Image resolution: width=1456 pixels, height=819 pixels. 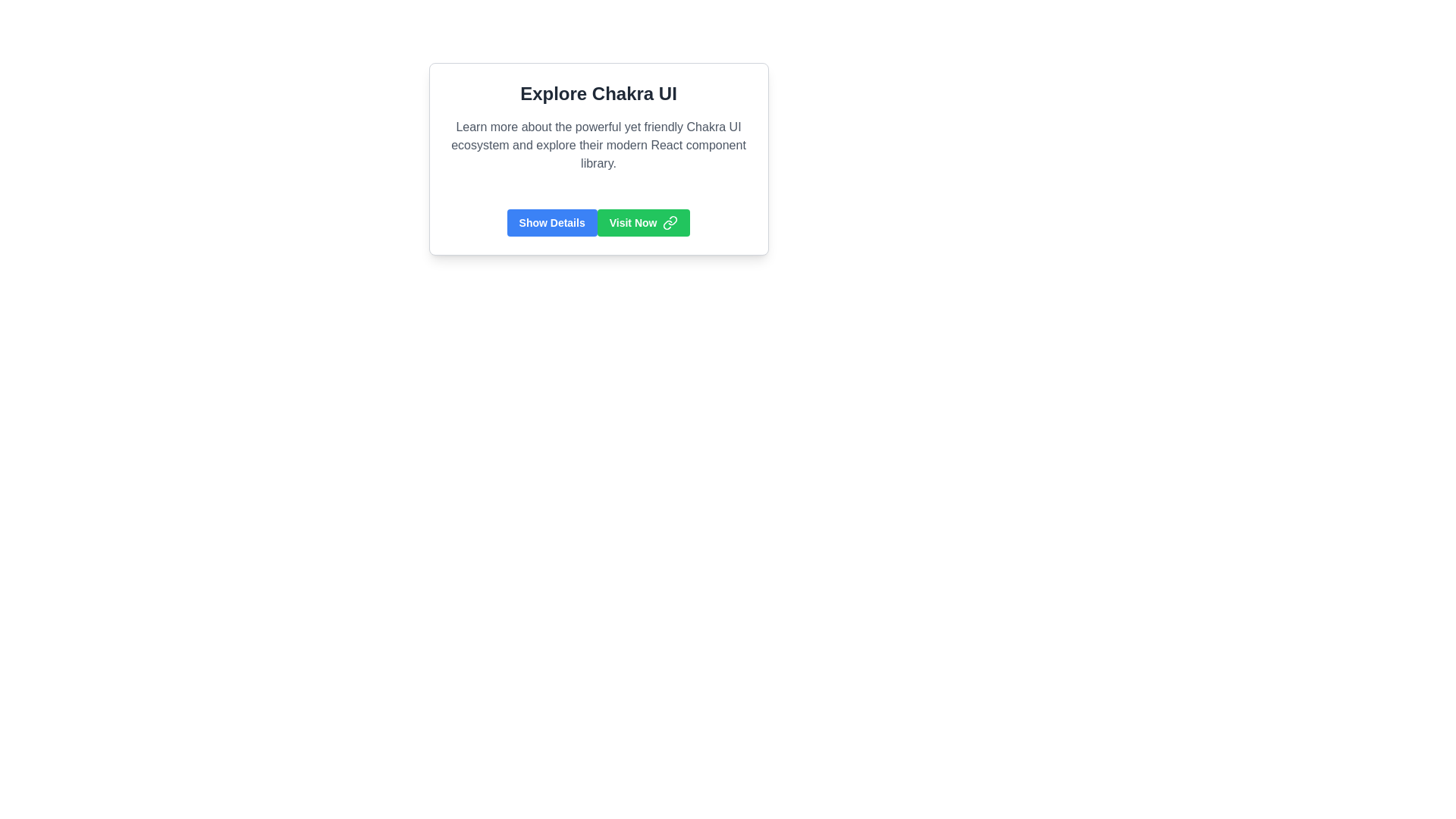 What do you see at coordinates (670, 222) in the screenshot?
I see `the 'Visit Now' button, which is a green rectangular button located to the left of the small green hyperlink icon with interlocking chain links` at bounding box center [670, 222].